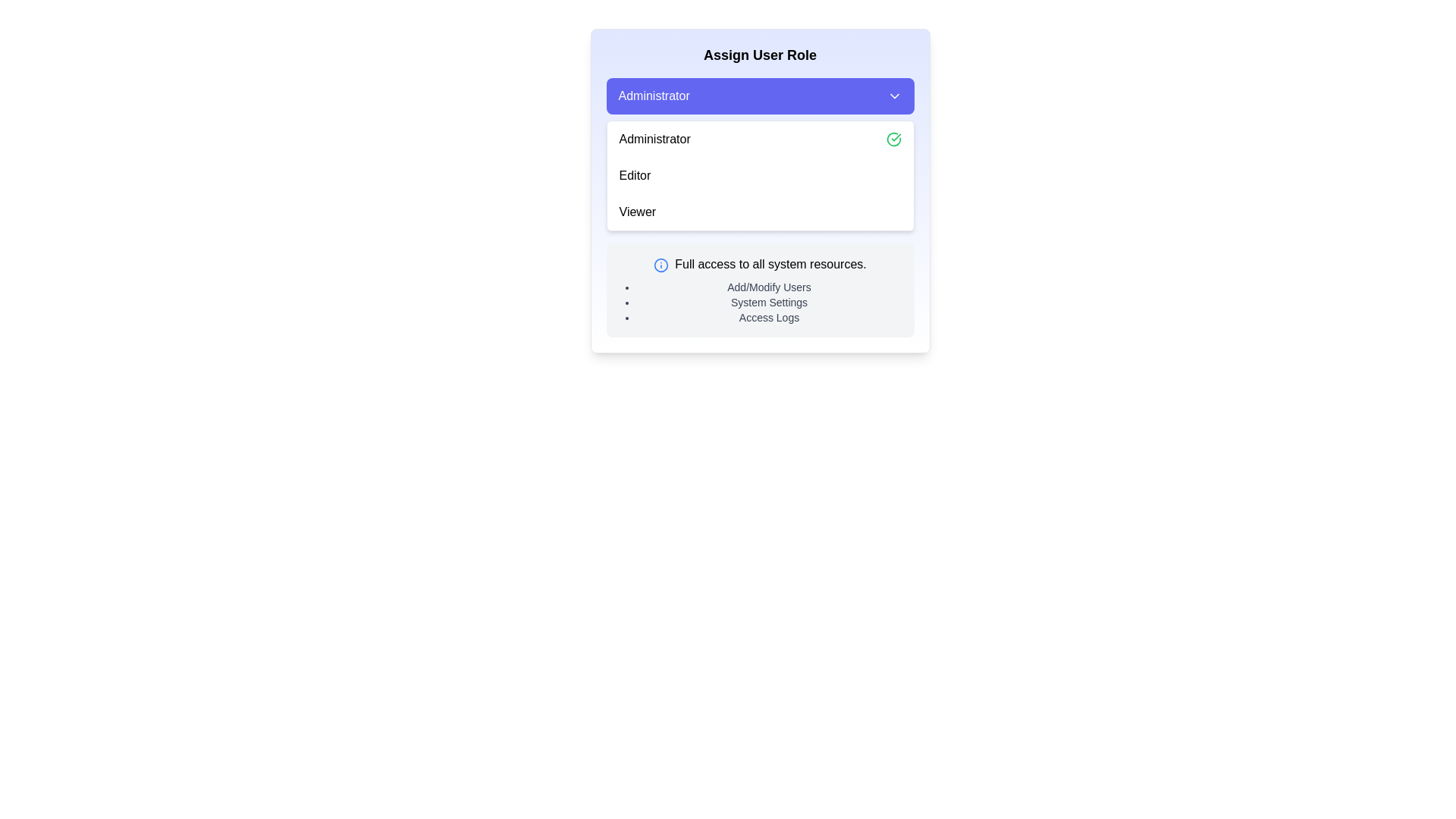 Image resolution: width=1456 pixels, height=819 pixels. What do you see at coordinates (769, 317) in the screenshot?
I see `text from the static label that indicates a section related to accessing logs, which is the third item in a bulleted list located at the bottom-center of the user interface` at bounding box center [769, 317].